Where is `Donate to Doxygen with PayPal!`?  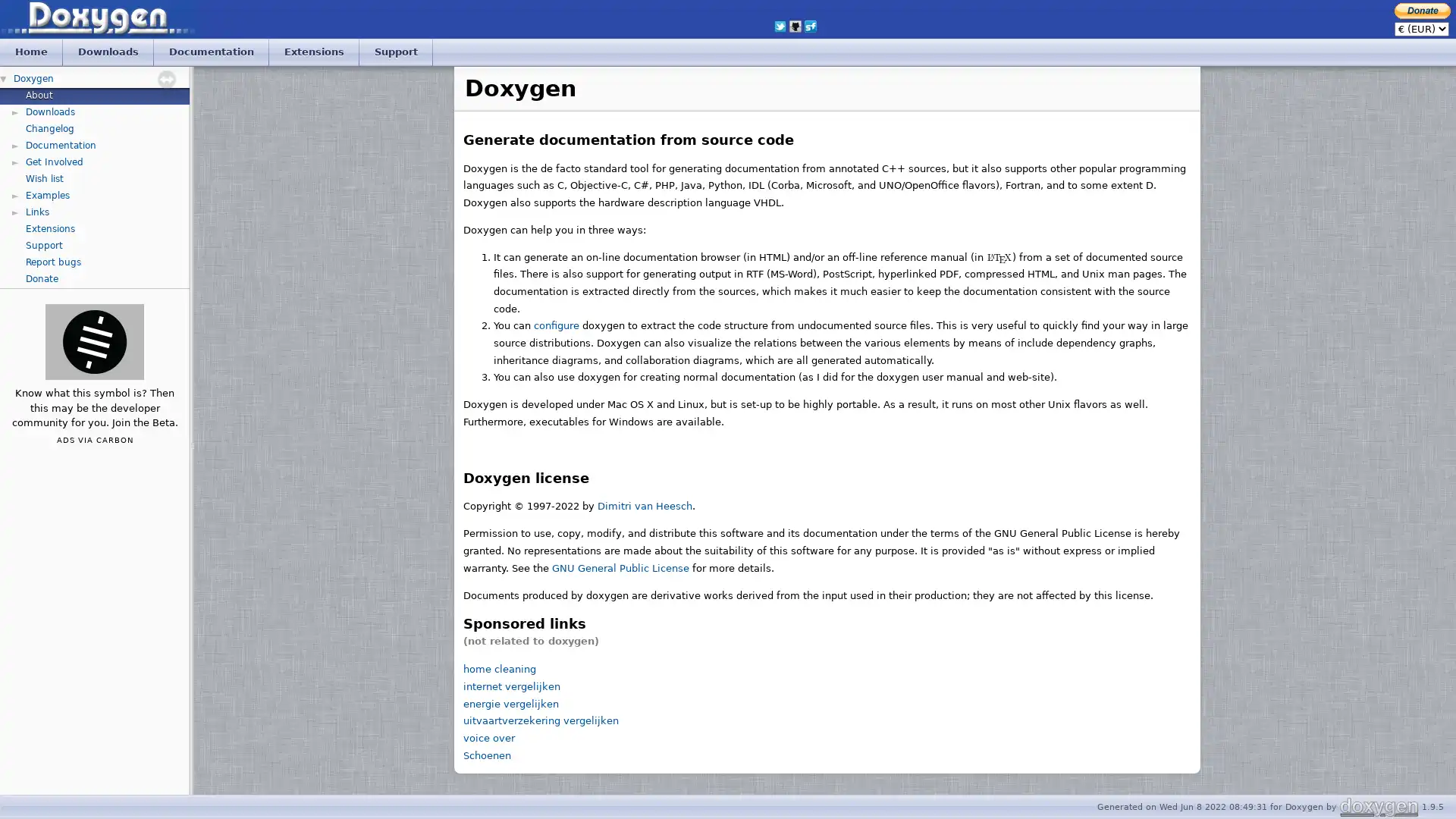 Donate to Doxygen with PayPal! is located at coordinates (1422, 10).